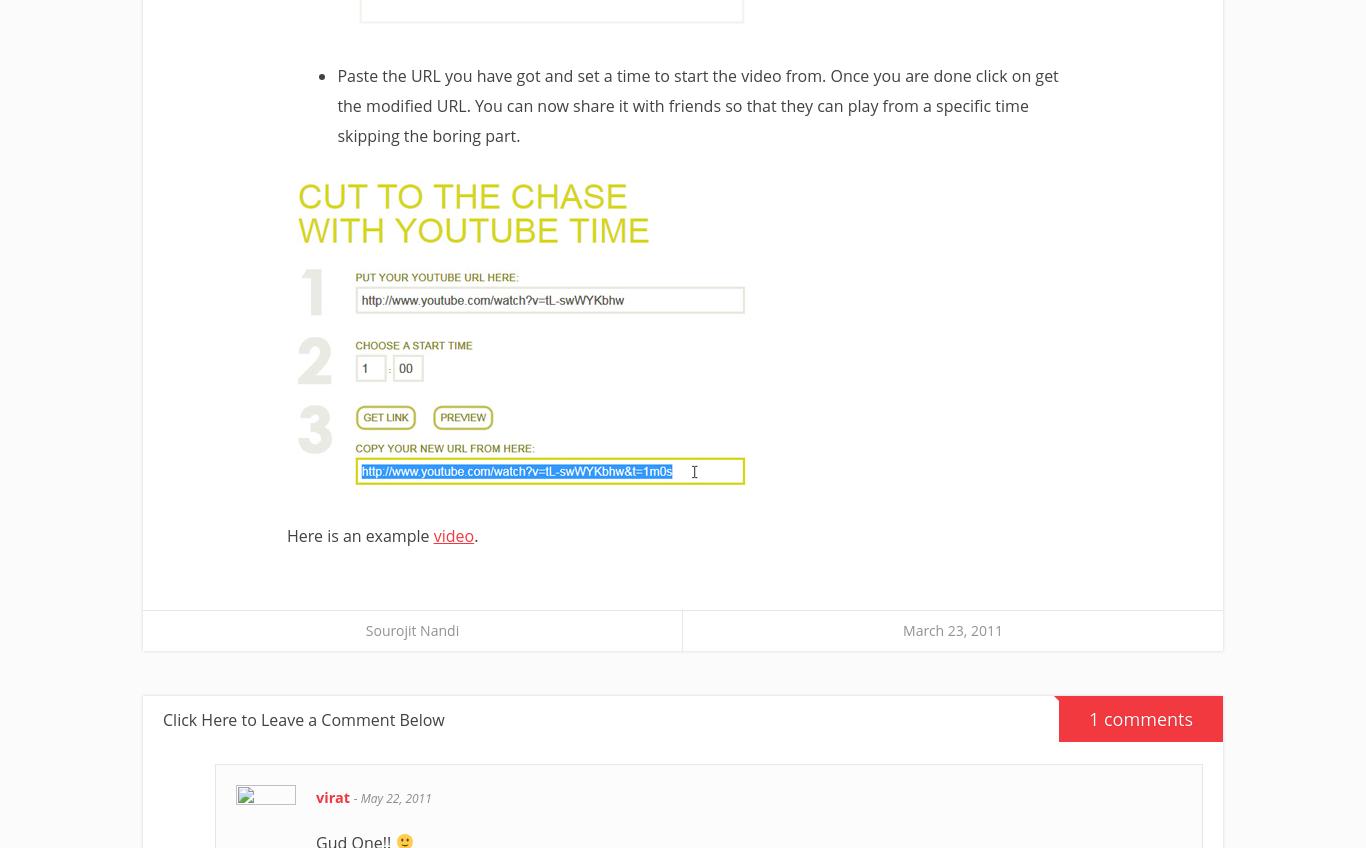 The height and width of the screenshot is (848, 1366). Describe the element at coordinates (334, 796) in the screenshot. I see `'virat'` at that location.